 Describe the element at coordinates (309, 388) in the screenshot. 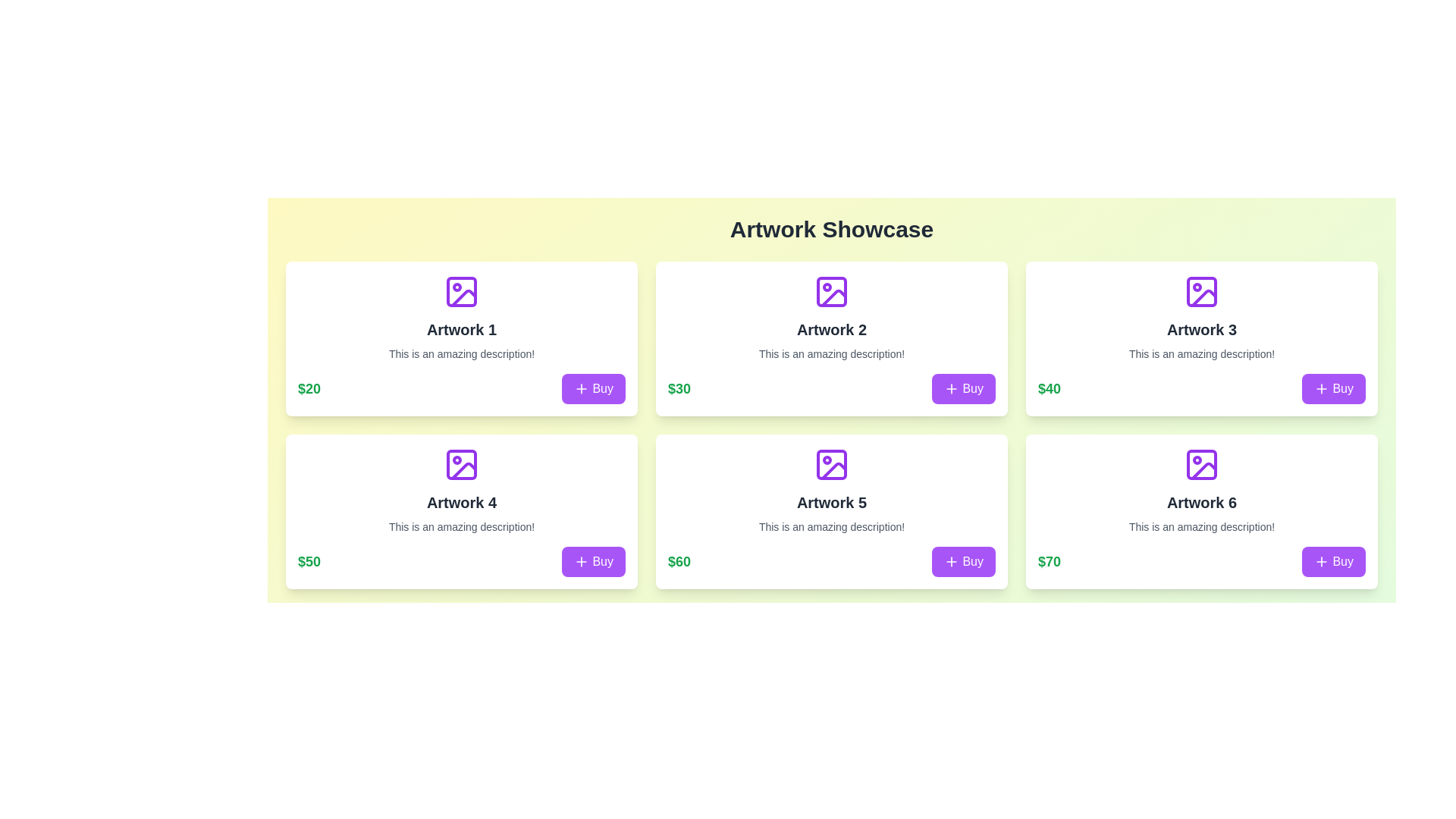

I see `the static text element displaying the amount '$20' in bold green font, located in the bottom-left corner of the card for 'Artwork 1', to the left of the 'Buy' button` at that location.